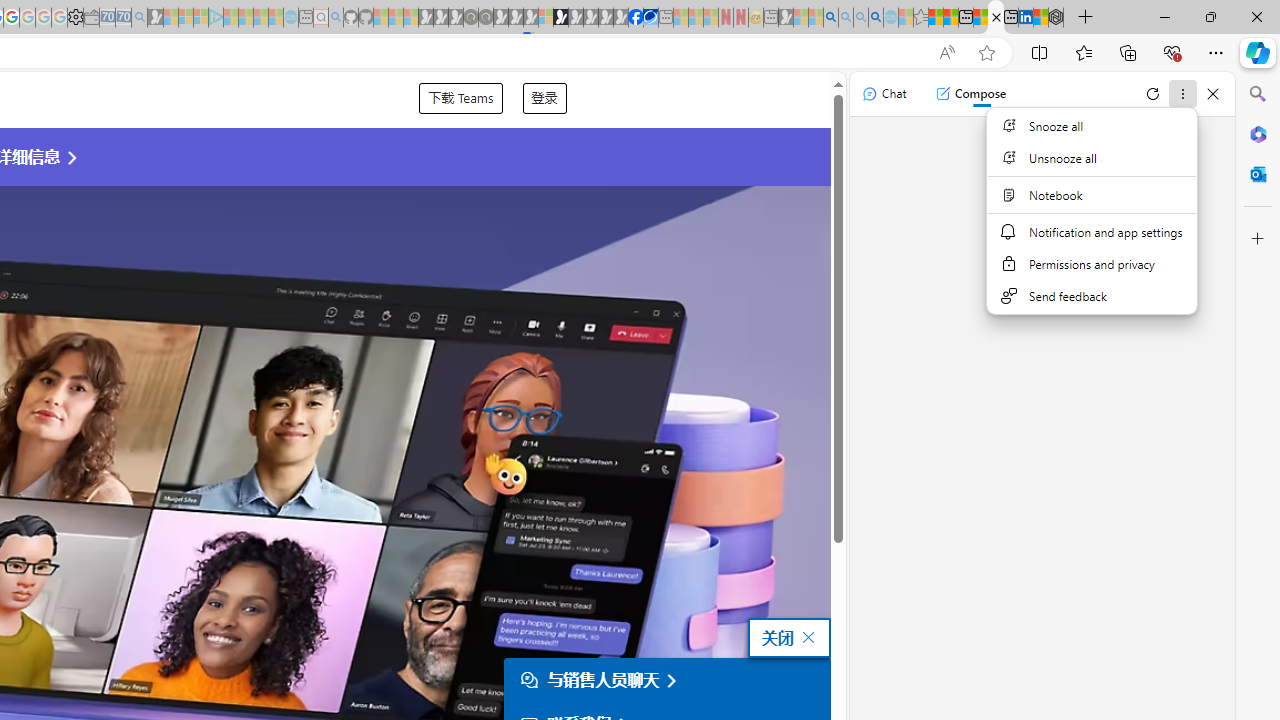 This screenshot has height=720, width=1280. I want to click on 'Chat', so click(883, 93).